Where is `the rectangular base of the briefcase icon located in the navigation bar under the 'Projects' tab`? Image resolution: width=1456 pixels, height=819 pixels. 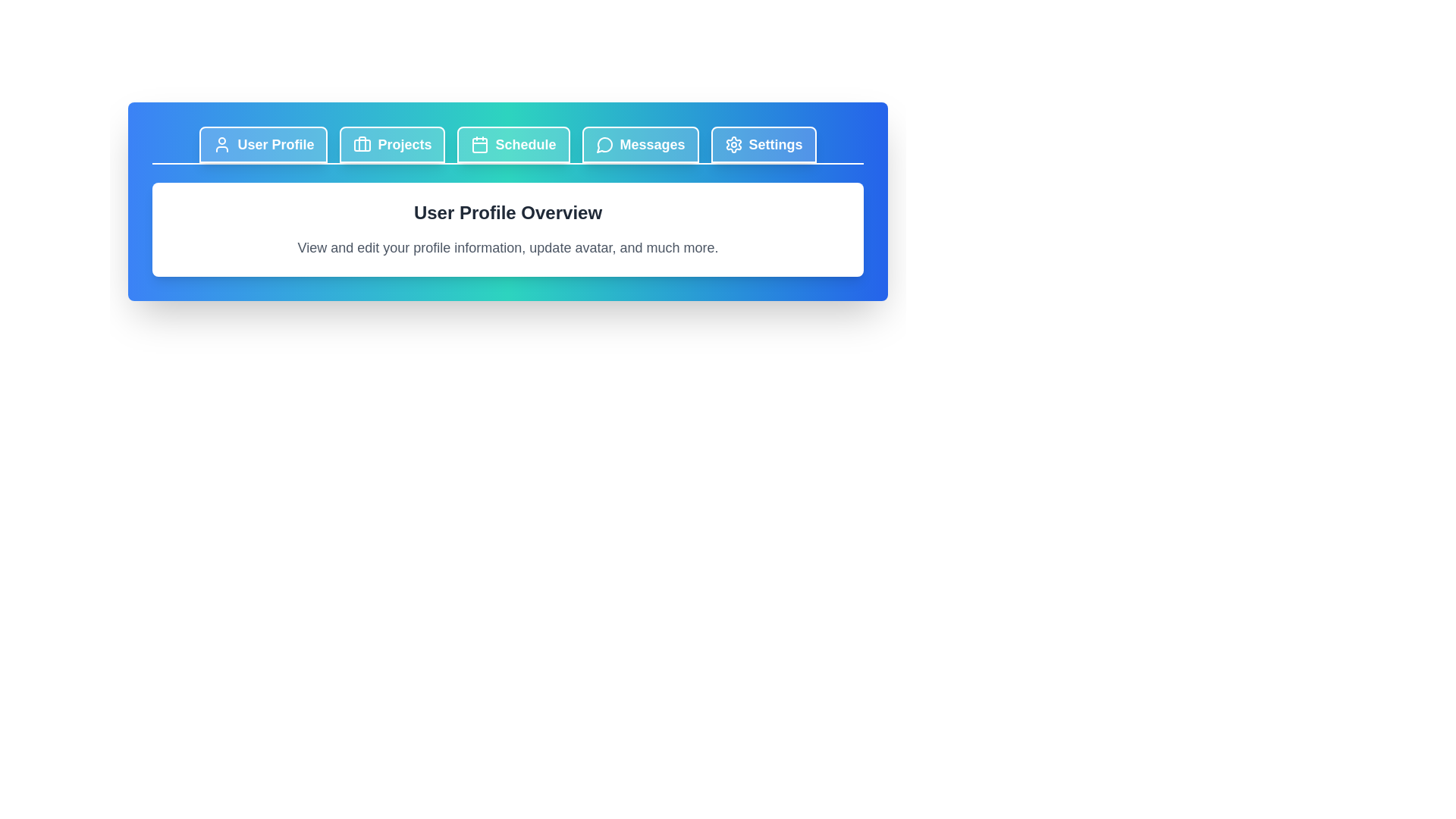
the rectangular base of the briefcase icon located in the navigation bar under the 'Projects' tab is located at coordinates (362, 146).